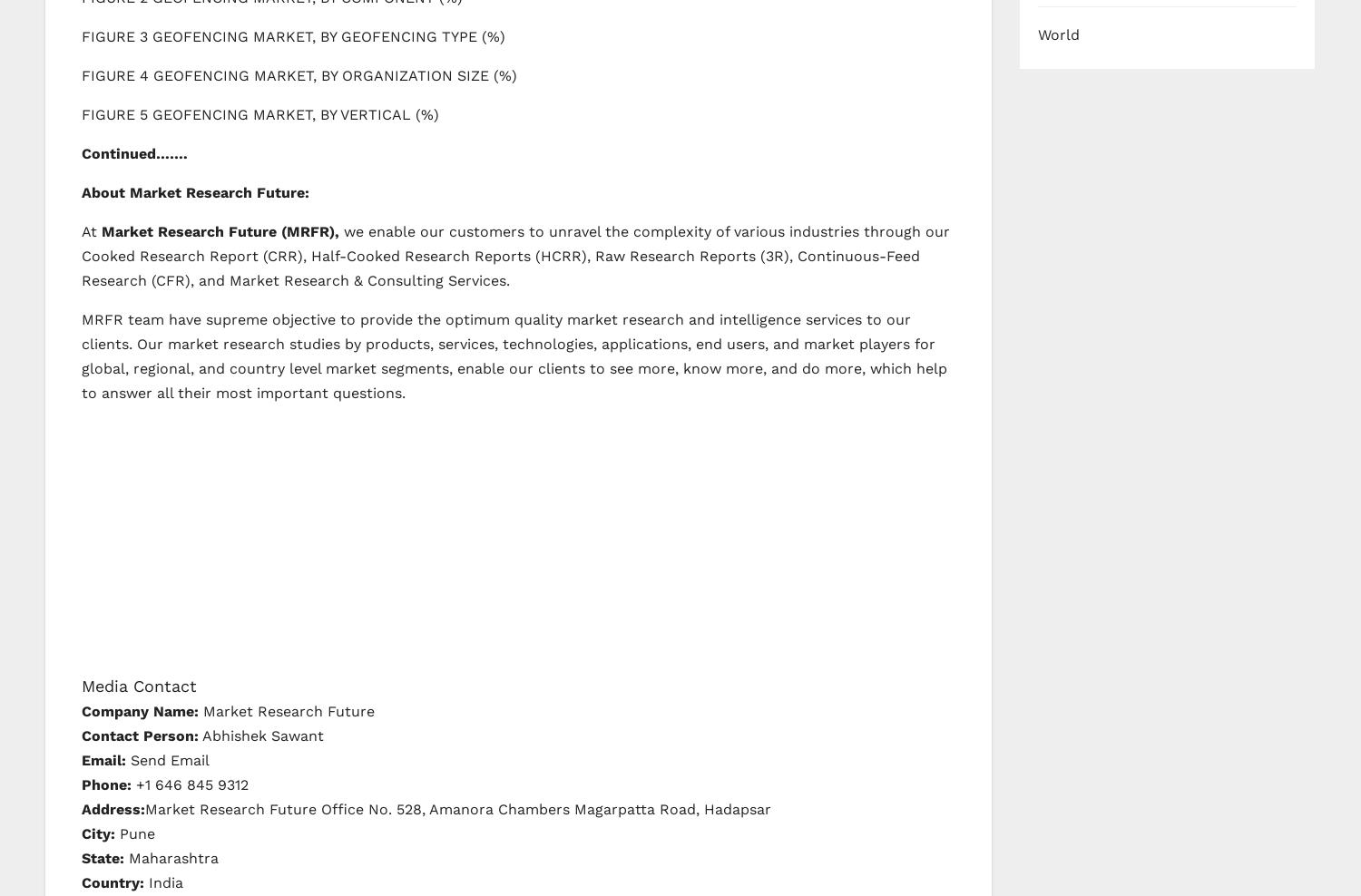 The image size is (1361, 896). What do you see at coordinates (134, 151) in the screenshot?
I see `'Continued…….'` at bounding box center [134, 151].